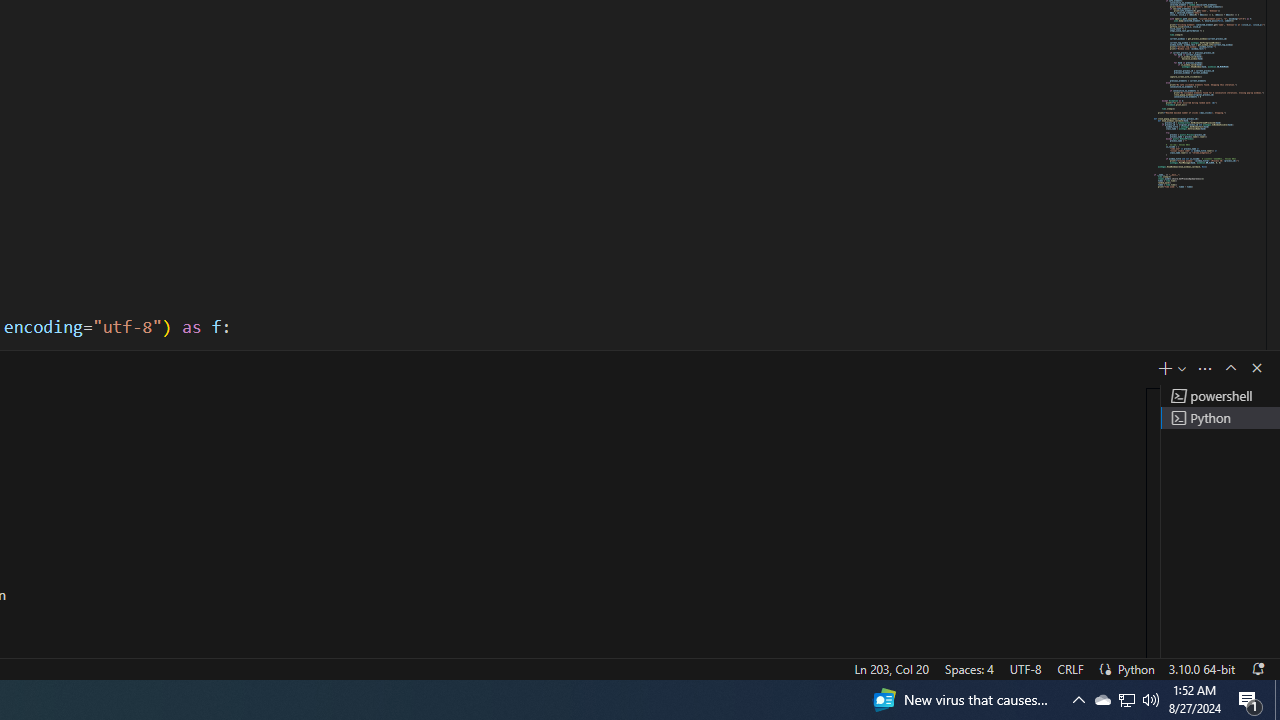 The height and width of the screenshot is (720, 1280). I want to click on 'Python', so click(1136, 668).